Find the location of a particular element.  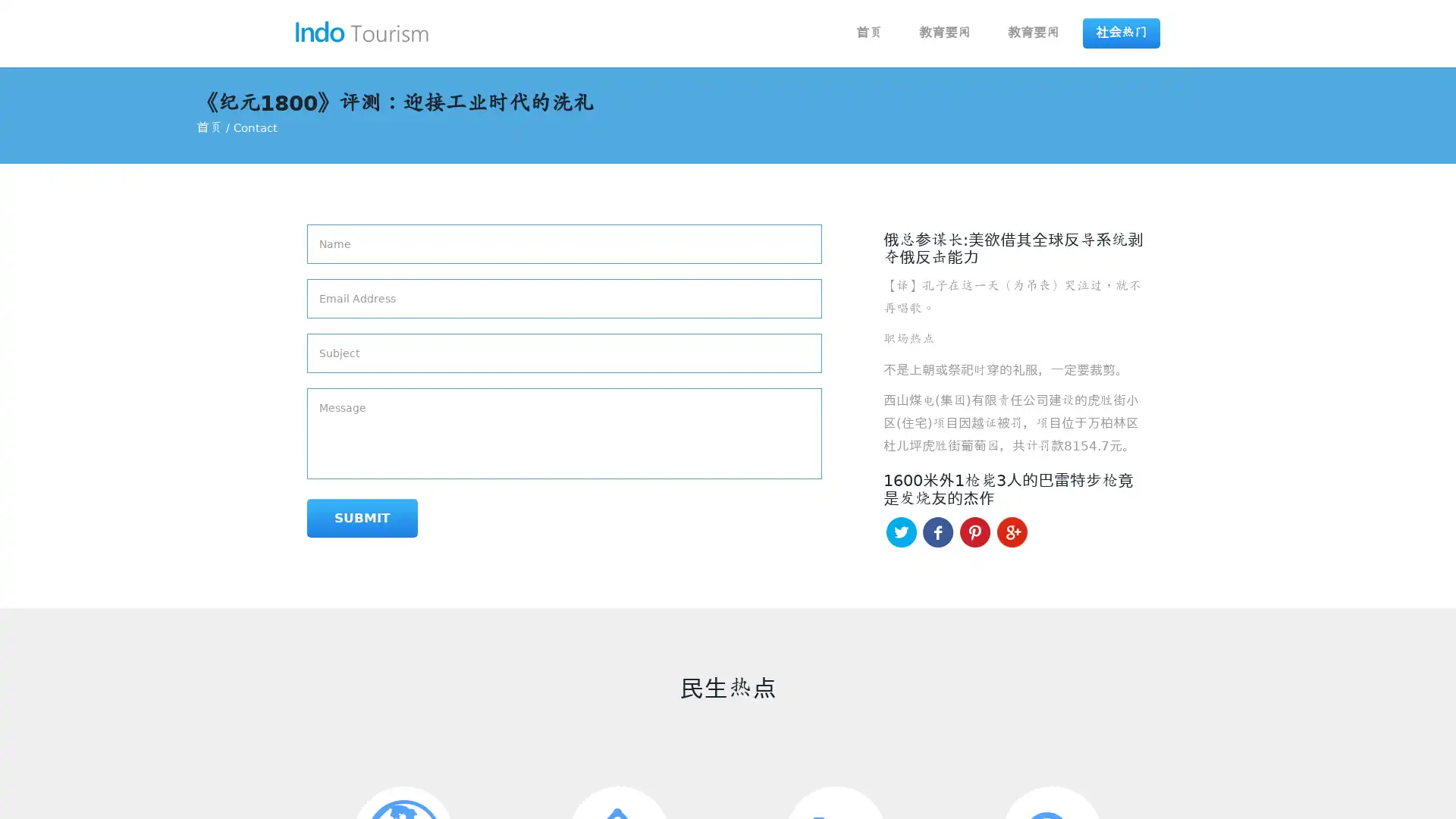

Submit is located at coordinates (362, 517).